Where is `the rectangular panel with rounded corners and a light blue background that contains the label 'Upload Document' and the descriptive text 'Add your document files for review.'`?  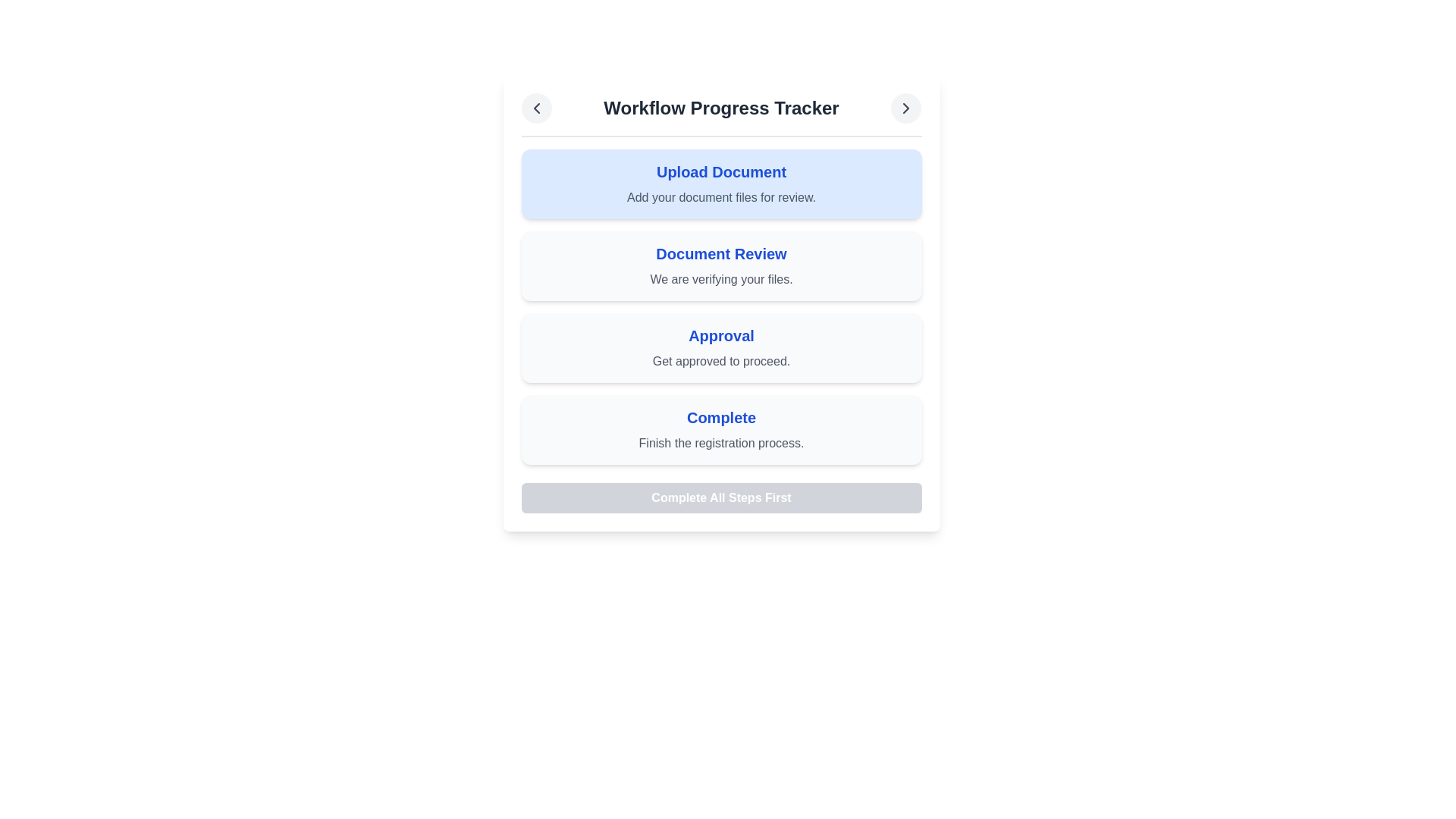
the rectangular panel with rounded corners and a light blue background that contains the label 'Upload Document' and the descriptive text 'Add your document files for review.' is located at coordinates (720, 184).